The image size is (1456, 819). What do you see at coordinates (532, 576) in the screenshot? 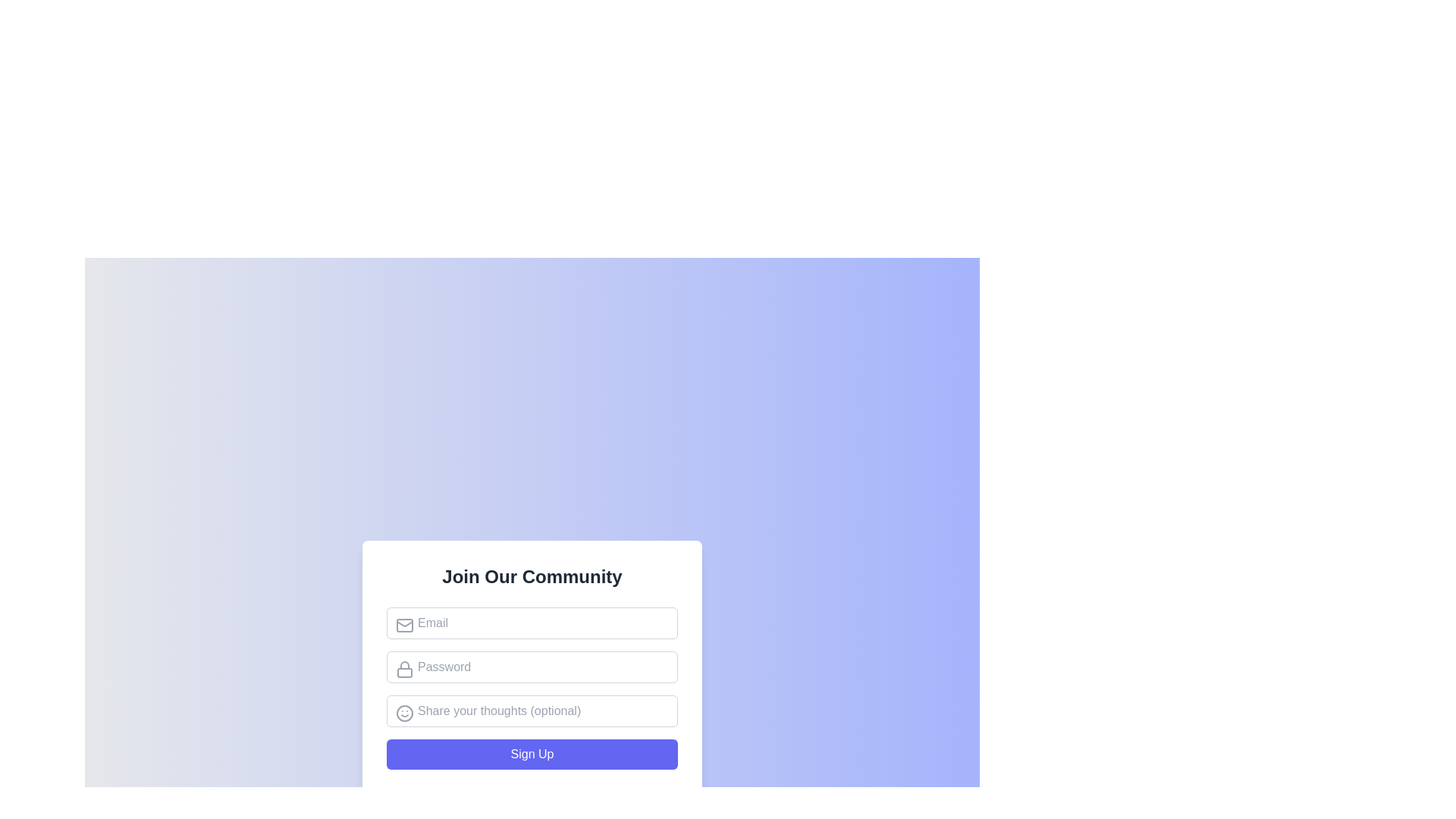
I see `the text label displaying 'Join Our Community', which is centrally aligned and prominently styled in bold, dark font above the input fields and 'Sign Up' button` at bounding box center [532, 576].